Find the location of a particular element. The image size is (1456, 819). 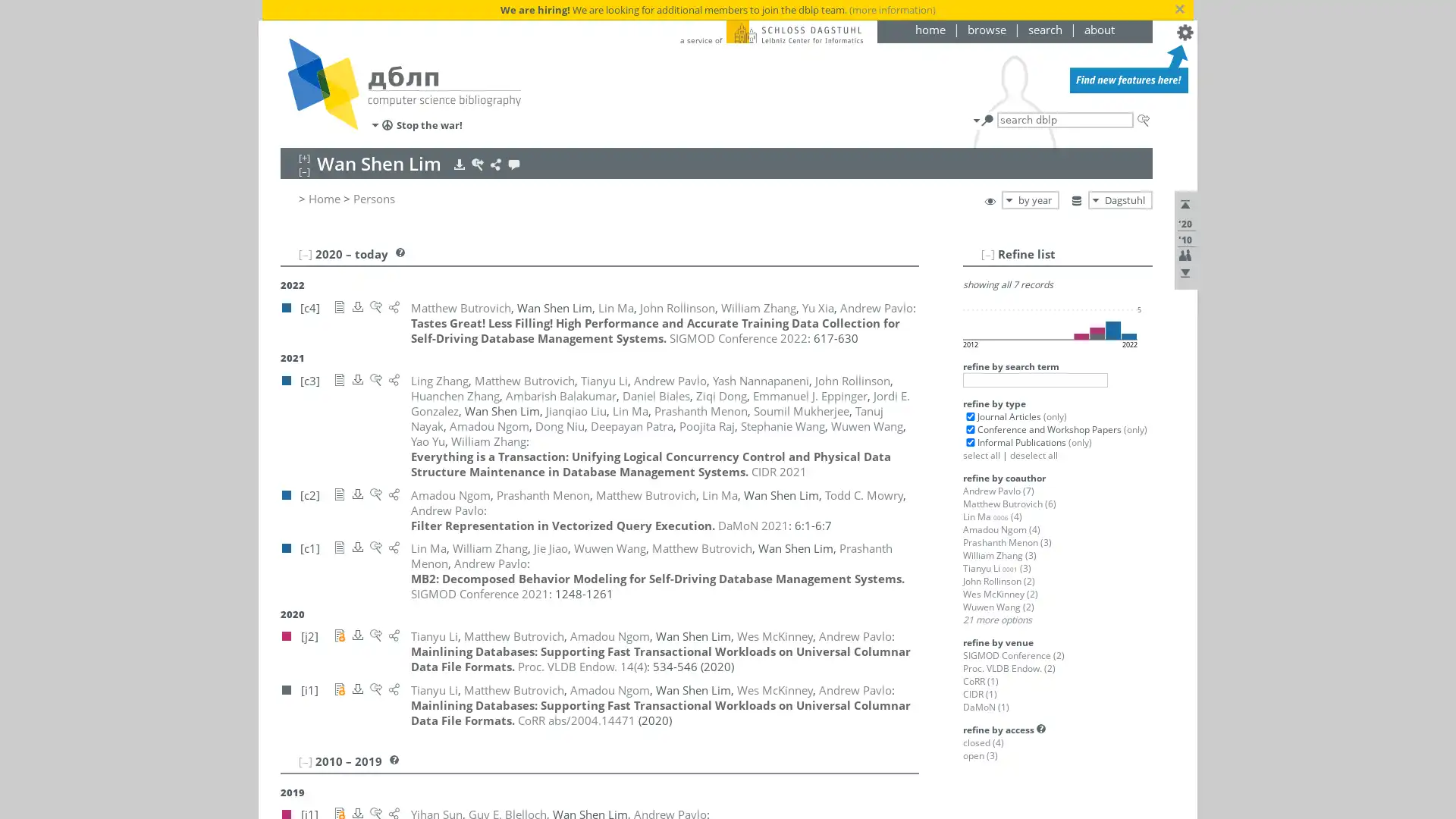

SIGMOD Conference (2) is located at coordinates (1014, 654).